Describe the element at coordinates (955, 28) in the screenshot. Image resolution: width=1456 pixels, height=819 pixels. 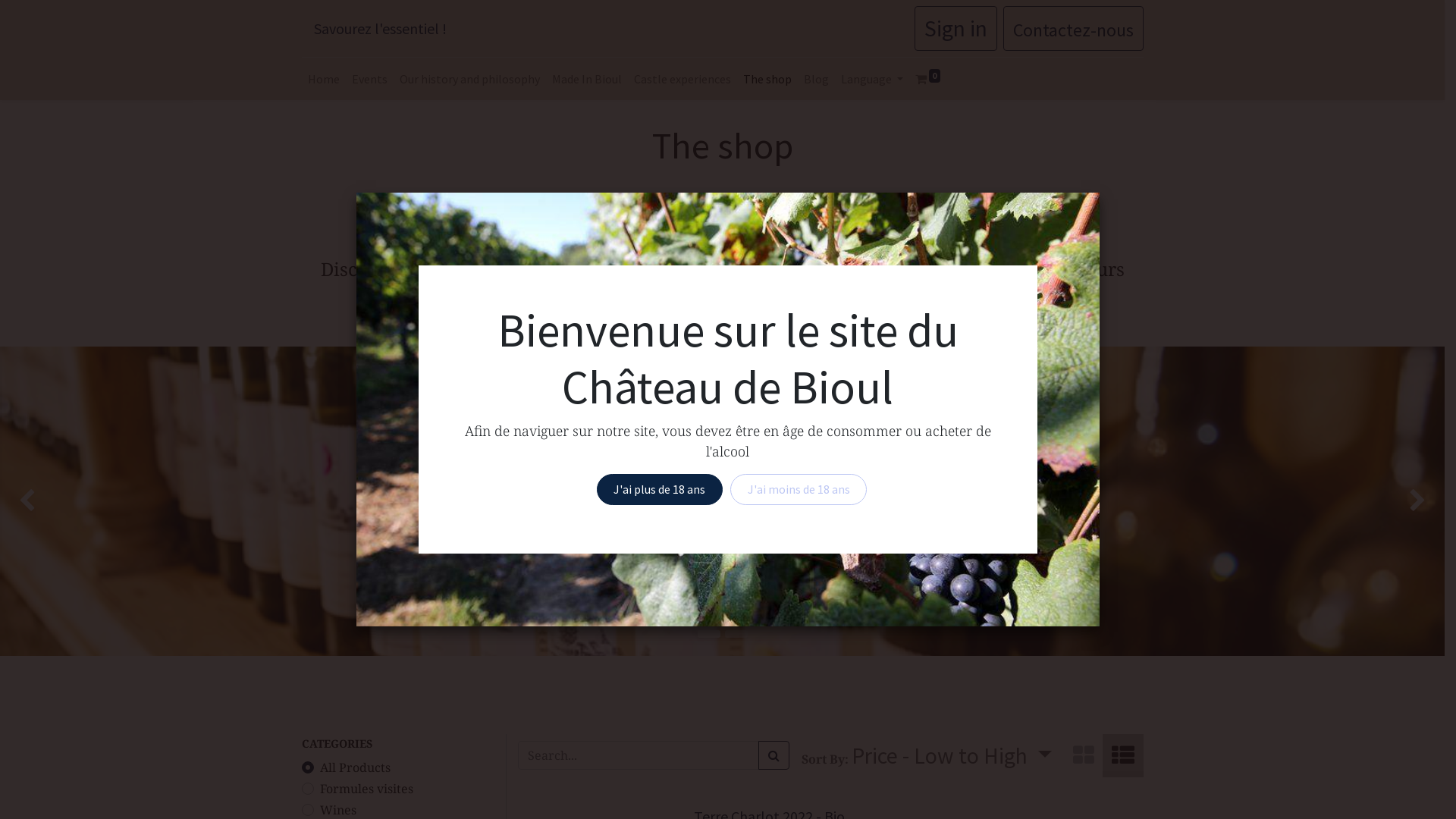
I see `'Sign in'` at that location.